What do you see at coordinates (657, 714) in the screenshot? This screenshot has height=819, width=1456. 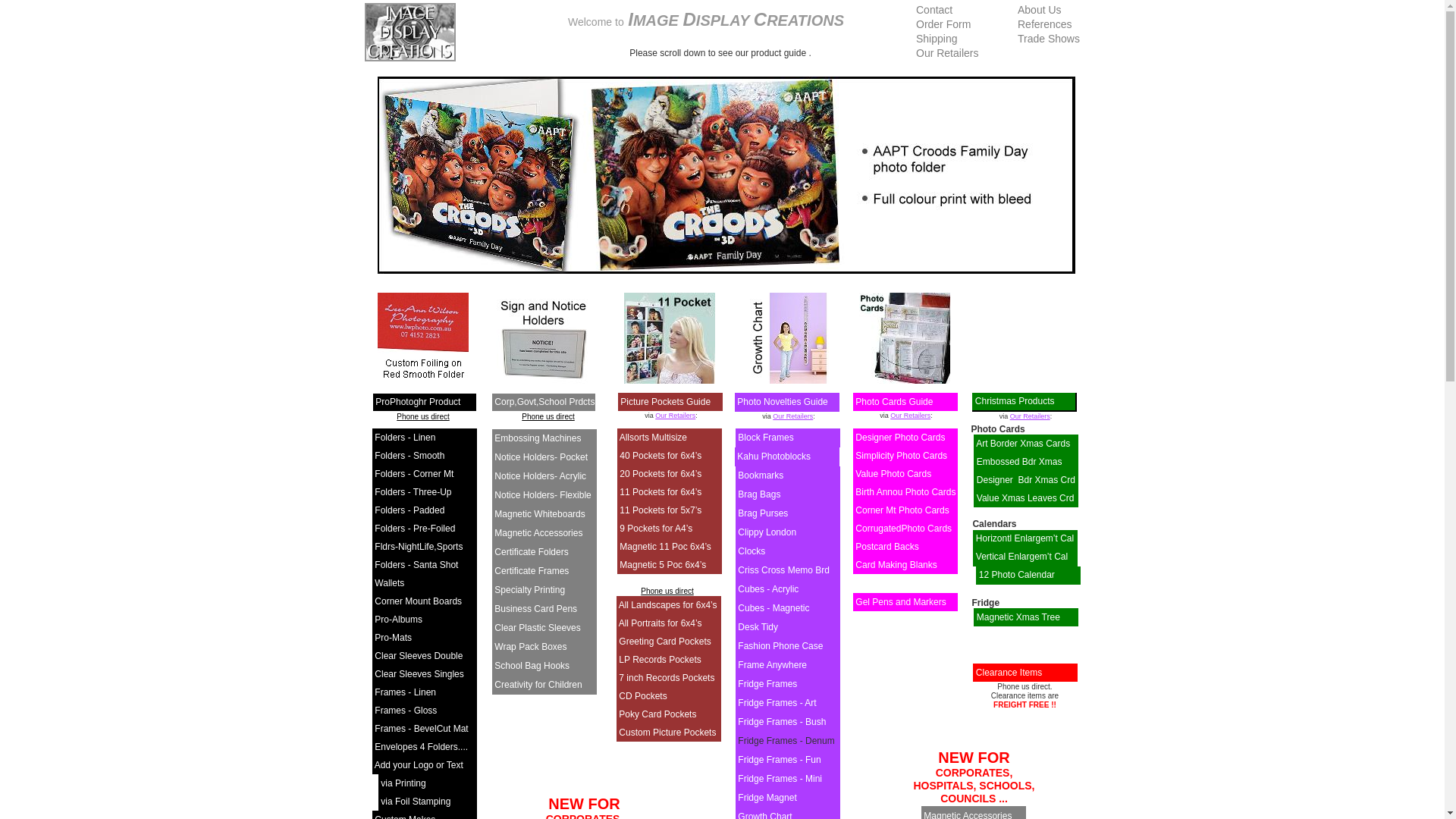 I see `'Poky Card Pockets'` at bounding box center [657, 714].